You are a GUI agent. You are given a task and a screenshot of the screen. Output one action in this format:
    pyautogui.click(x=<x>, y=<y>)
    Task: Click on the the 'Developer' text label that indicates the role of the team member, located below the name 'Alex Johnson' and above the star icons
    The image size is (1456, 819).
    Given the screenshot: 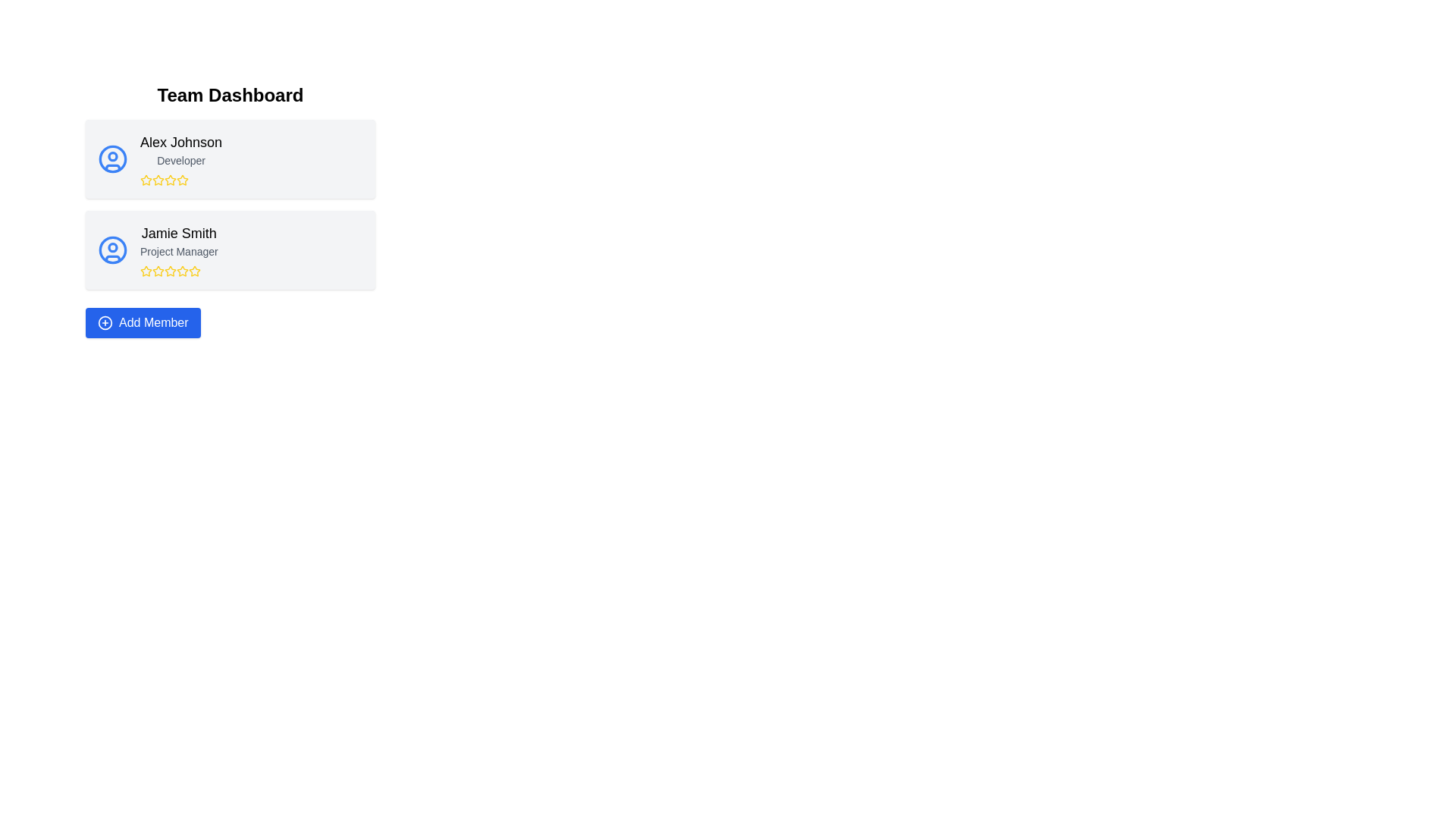 What is the action you would take?
    pyautogui.click(x=181, y=161)
    